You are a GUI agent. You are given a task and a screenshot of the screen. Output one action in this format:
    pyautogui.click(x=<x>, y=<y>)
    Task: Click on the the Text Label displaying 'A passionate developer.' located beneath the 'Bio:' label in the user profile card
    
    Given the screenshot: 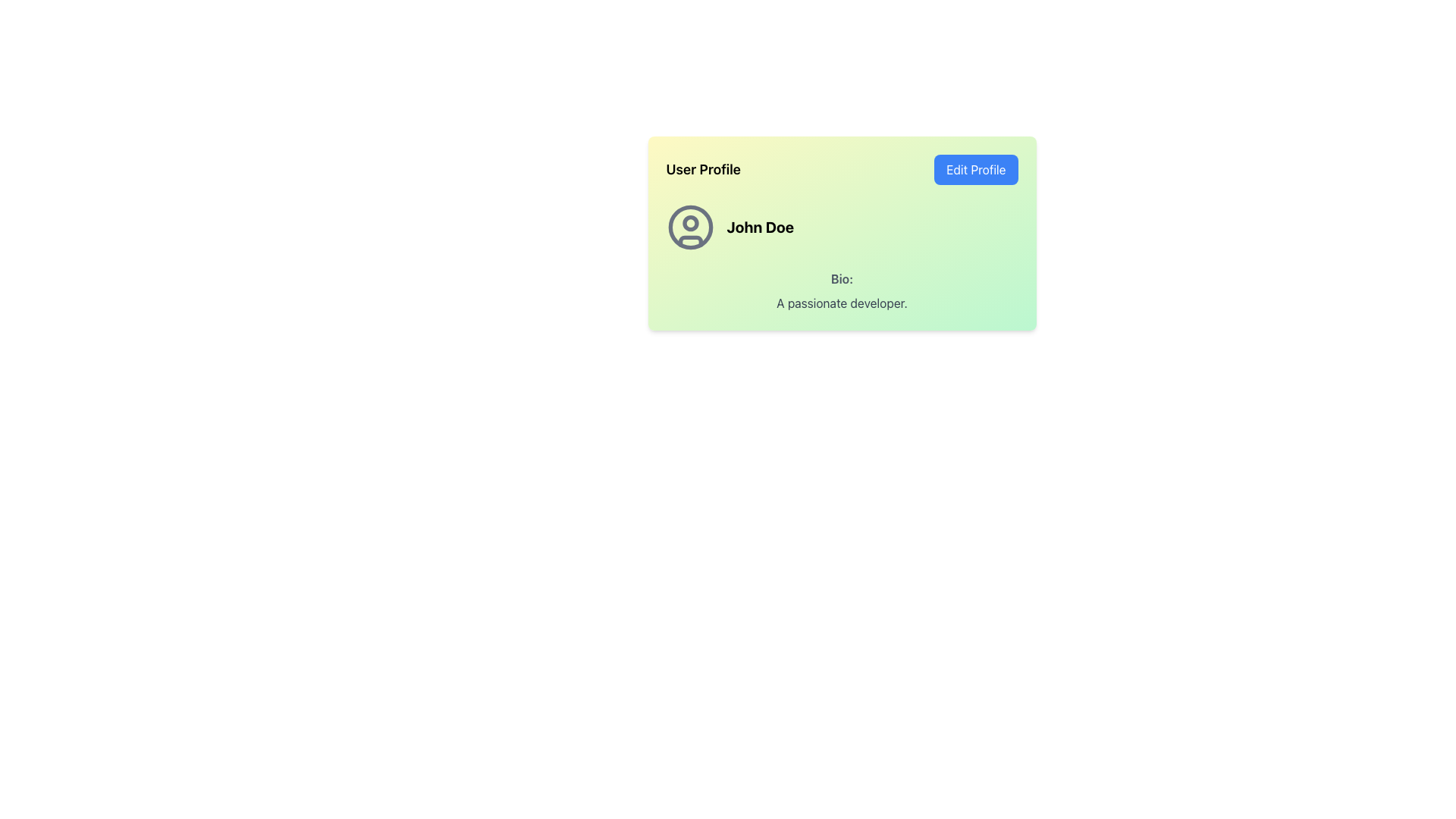 What is the action you would take?
    pyautogui.click(x=841, y=303)
    